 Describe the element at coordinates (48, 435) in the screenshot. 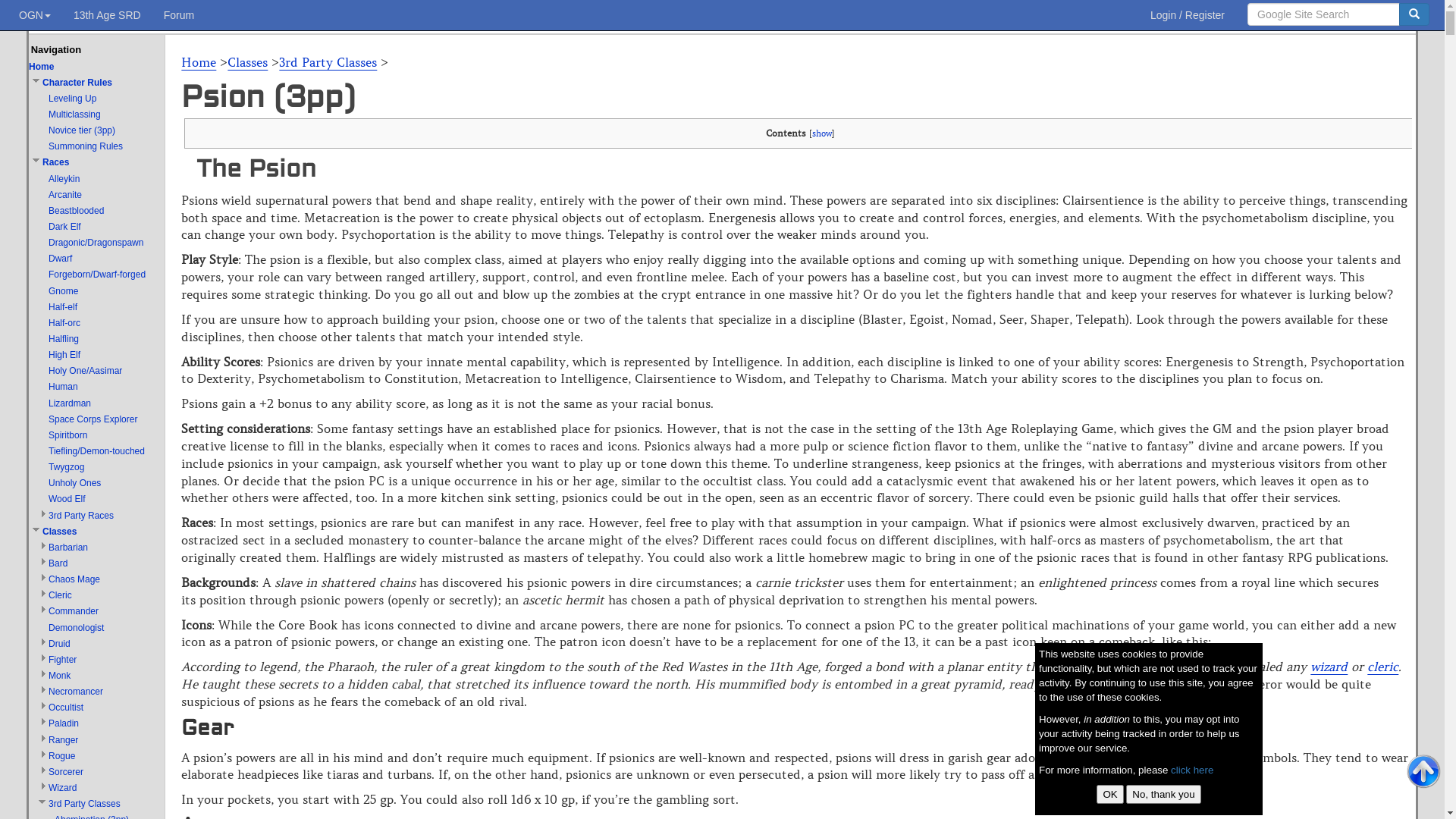

I see `'Spiritborn'` at that location.